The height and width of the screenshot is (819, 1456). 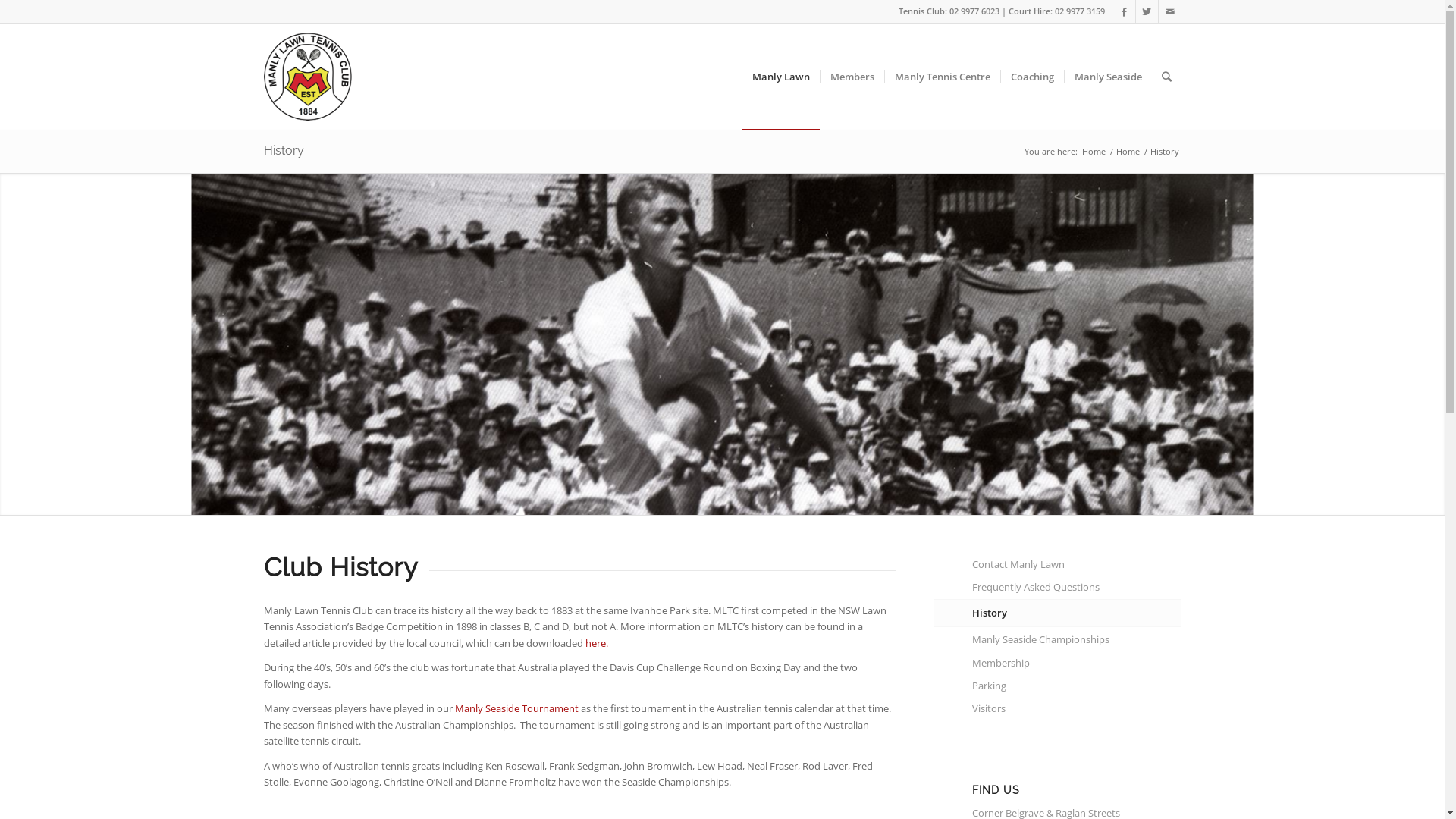 I want to click on 'Home', so click(x=1094, y=151).